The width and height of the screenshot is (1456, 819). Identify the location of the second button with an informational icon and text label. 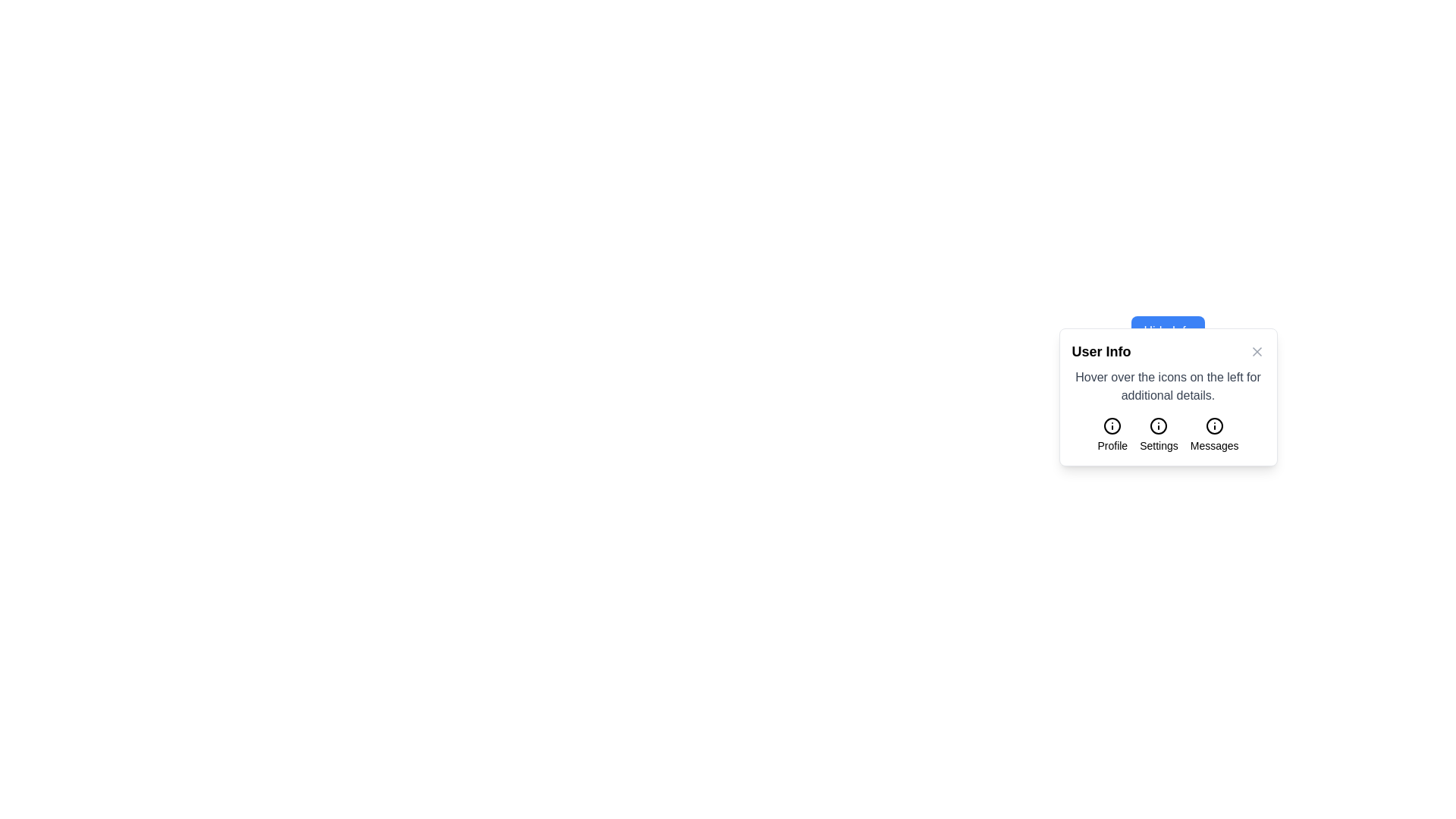
(1167, 435).